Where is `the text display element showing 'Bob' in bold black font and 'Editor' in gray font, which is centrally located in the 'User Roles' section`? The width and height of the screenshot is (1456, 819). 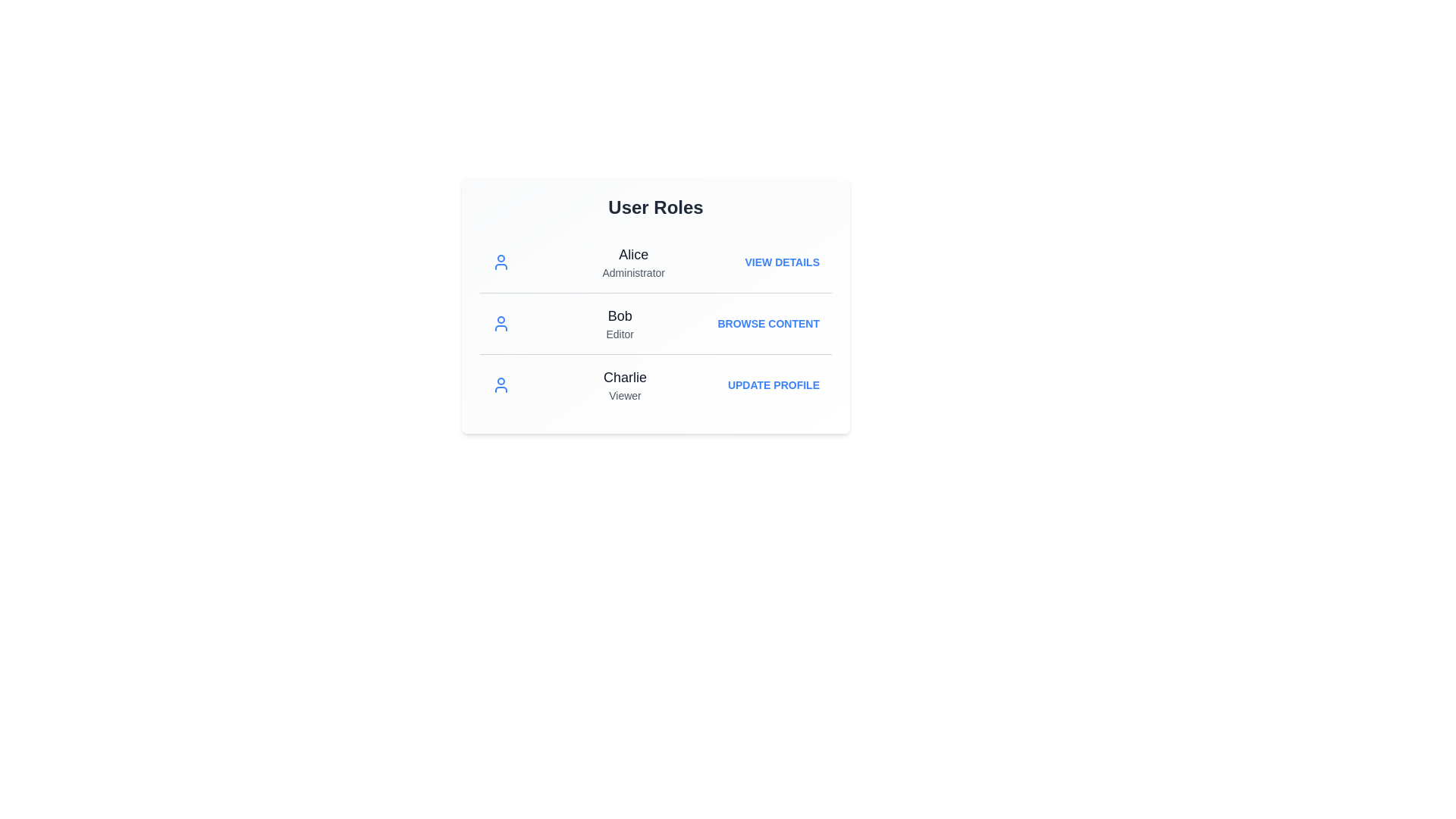 the text display element showing 'Bob' in bold black font and 'Editor' in gray font, which is centrally located in the 'User Roles' section is located at coordinates (620, 323).